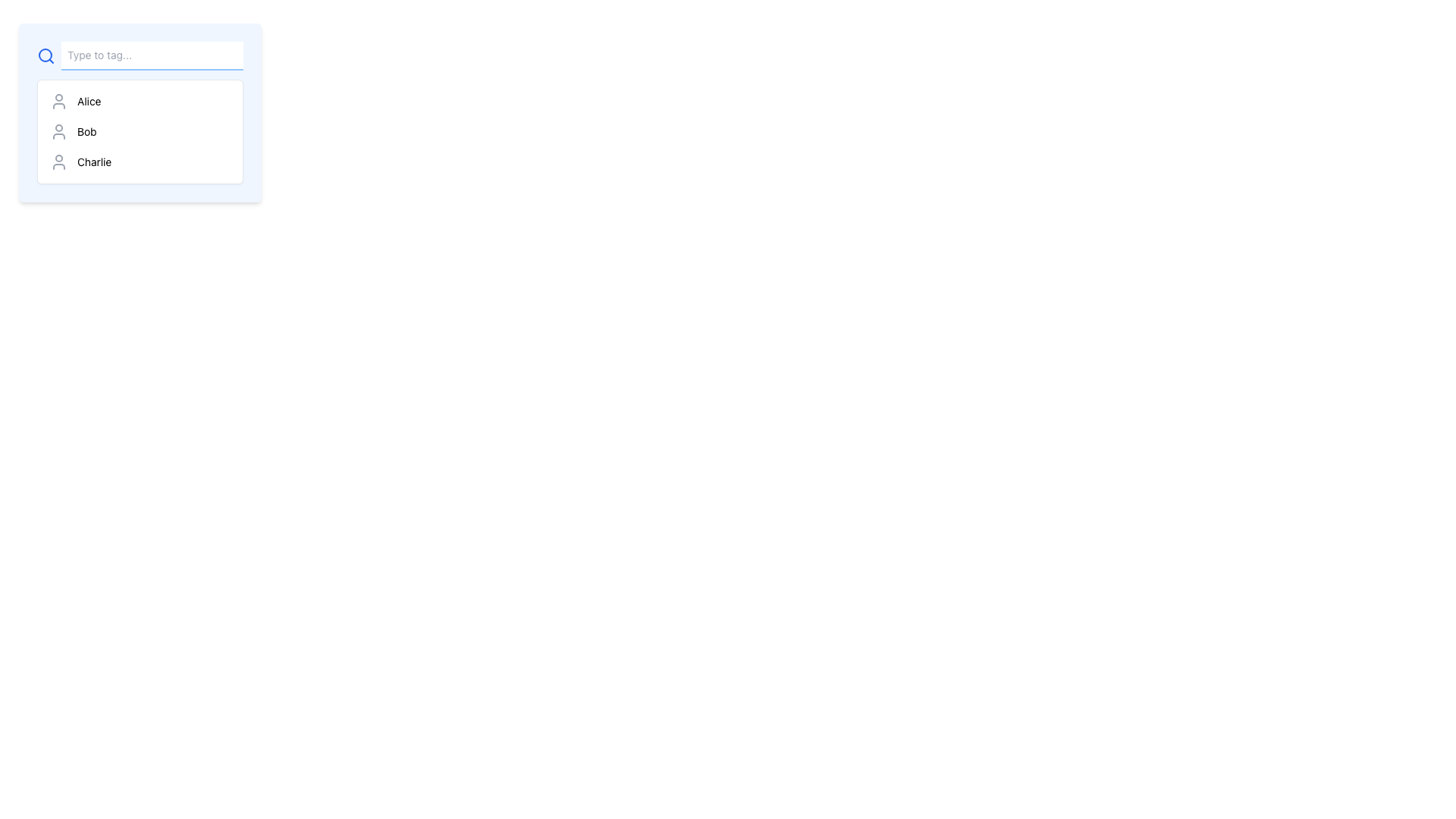 The image size is (1456, 819). What do you see at coordinates (93, 162) in the screenshot?
I see `the text element displaying the name 'Charlie', which is the last item in a selectable list of user options or tags` at bounding box center [93, 162].